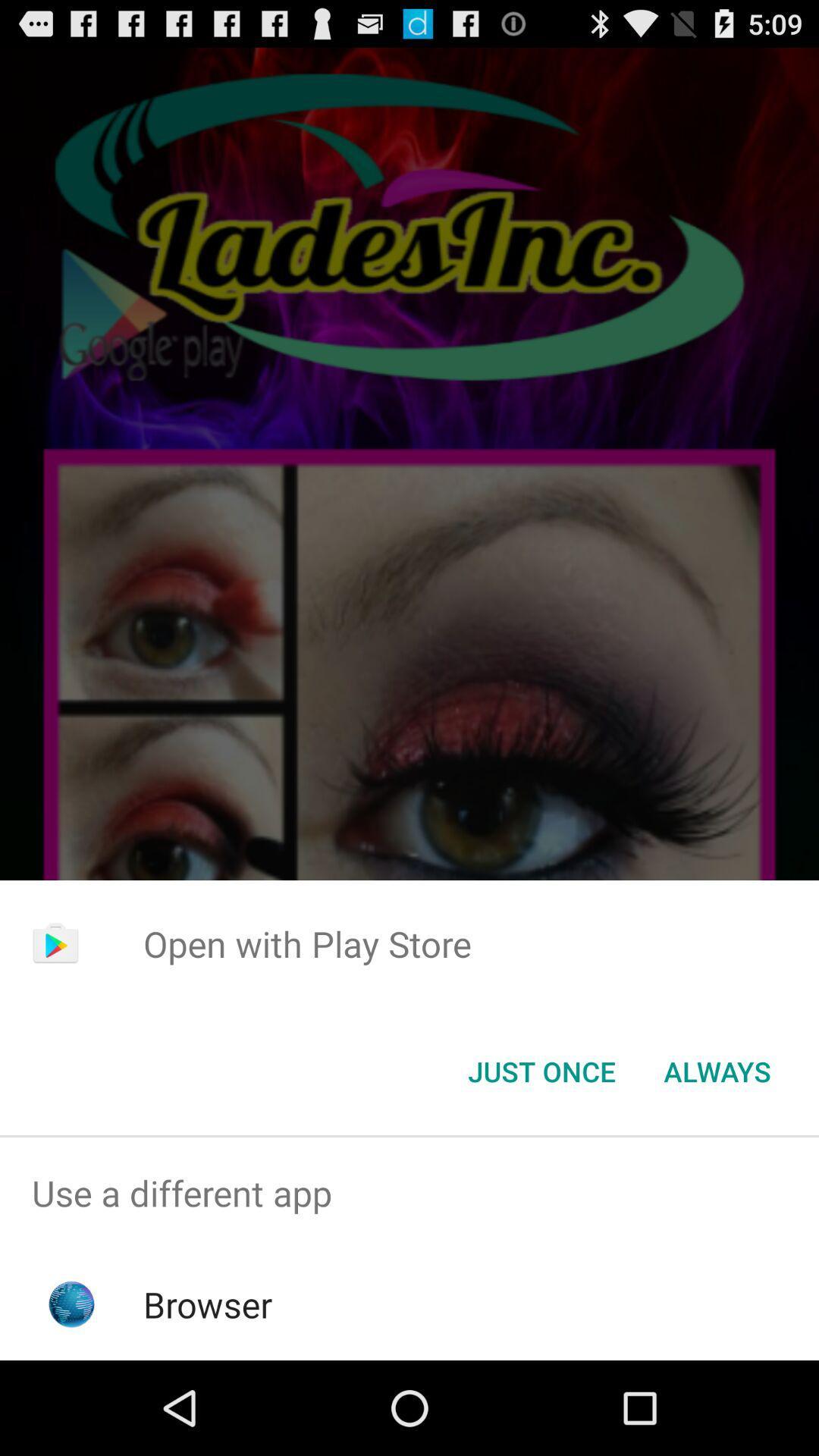 The image size is (819, 1456). What do you see at coordinates (409, 1192) in the screenshot?
I see `the use a different item` at bounding box center [409, 1192].